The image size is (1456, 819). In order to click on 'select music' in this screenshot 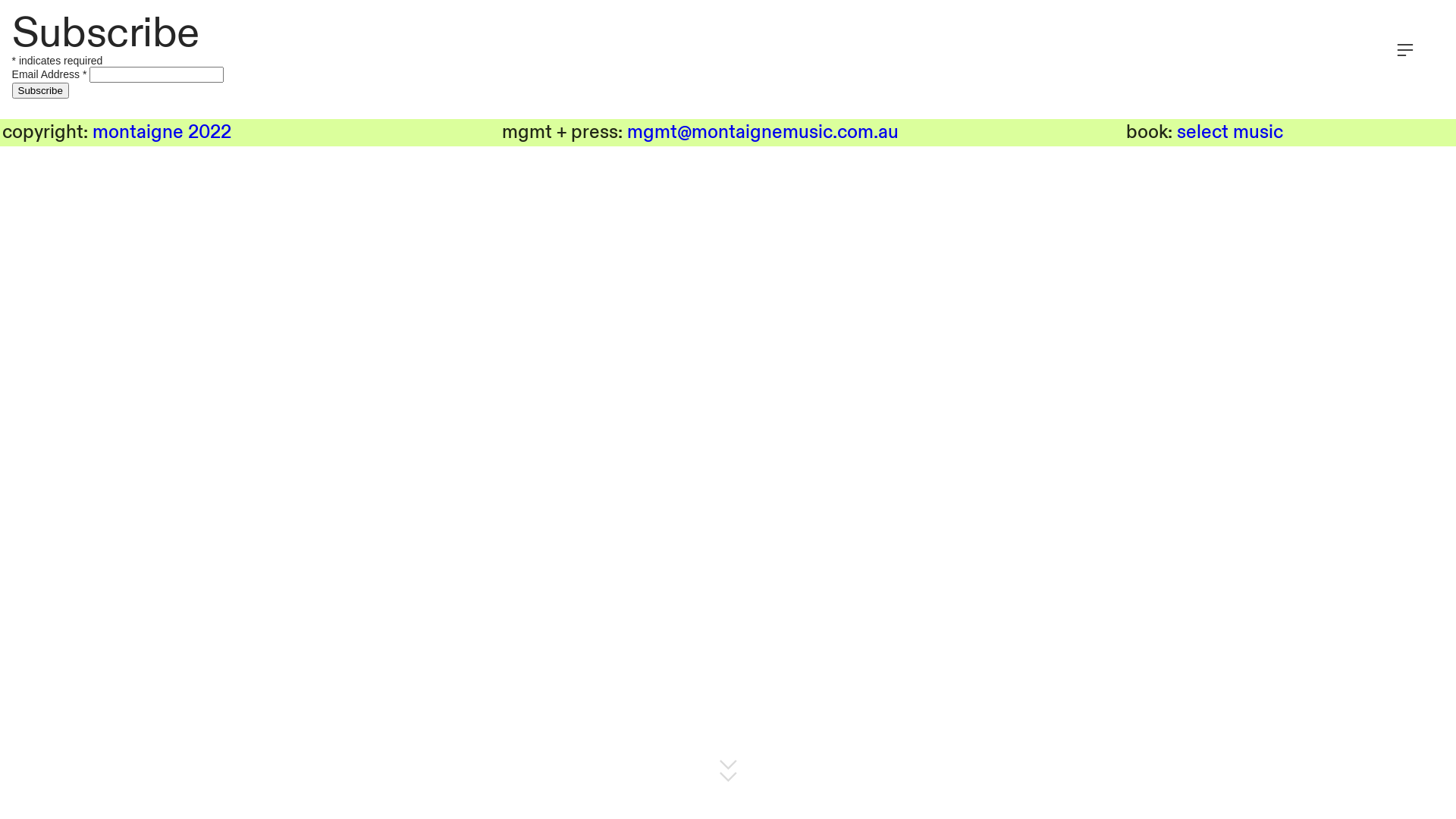, I will do `click(1230, 131)`.